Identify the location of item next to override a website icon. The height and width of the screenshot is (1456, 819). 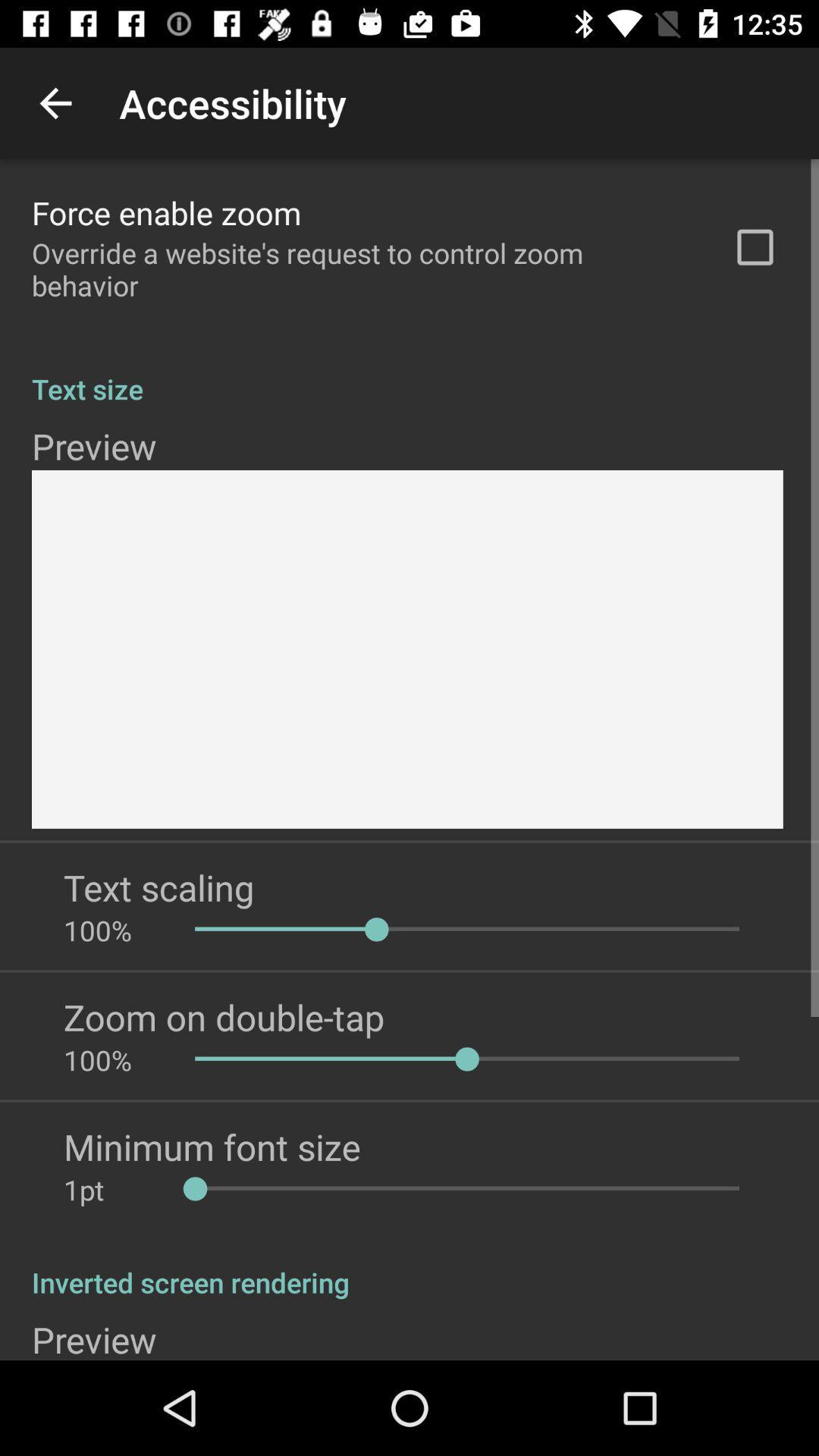
(755, 247).